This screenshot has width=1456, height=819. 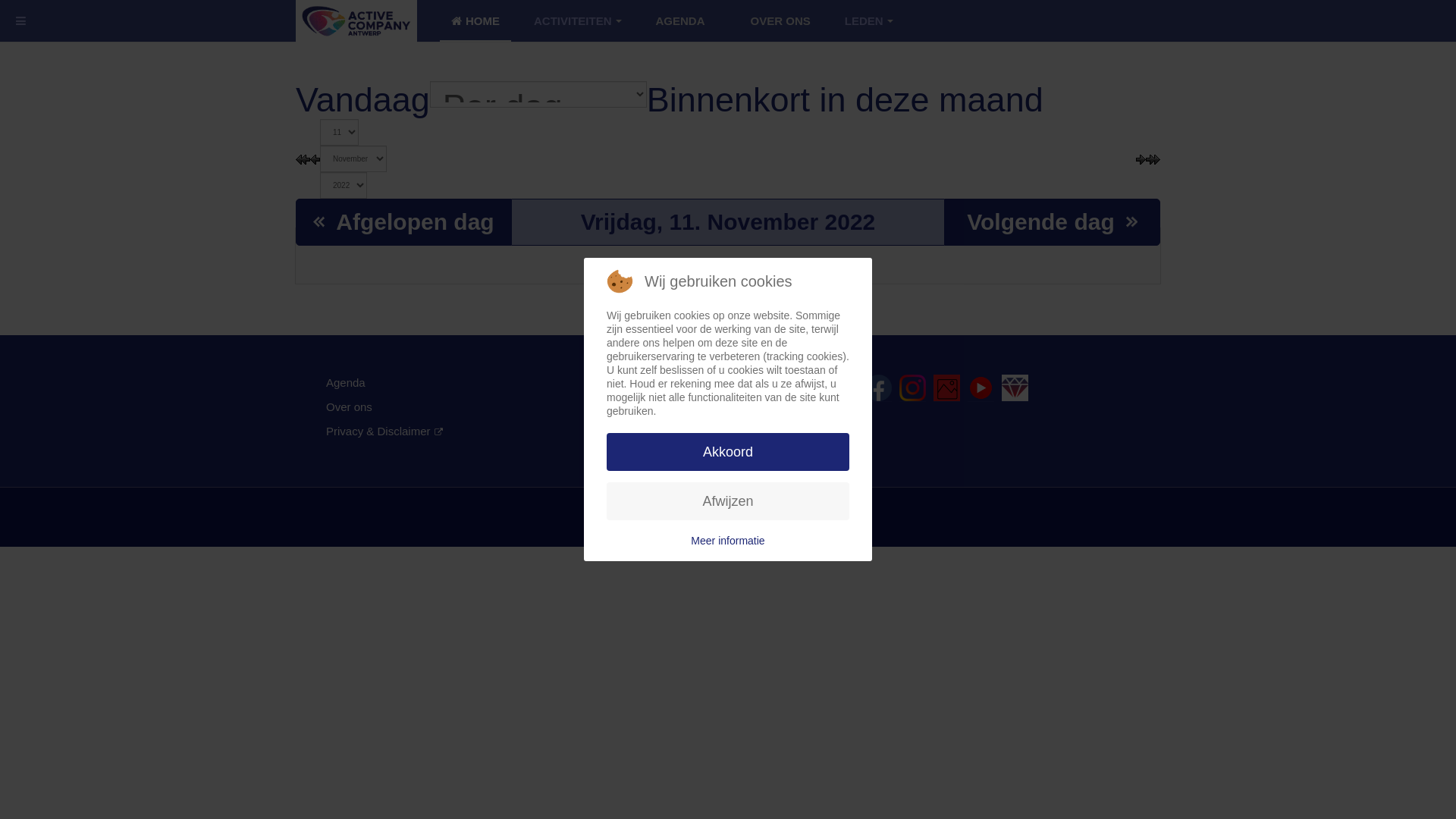 I want to click on 'Privacy & Disclaimer', so click(x=384, y=431).